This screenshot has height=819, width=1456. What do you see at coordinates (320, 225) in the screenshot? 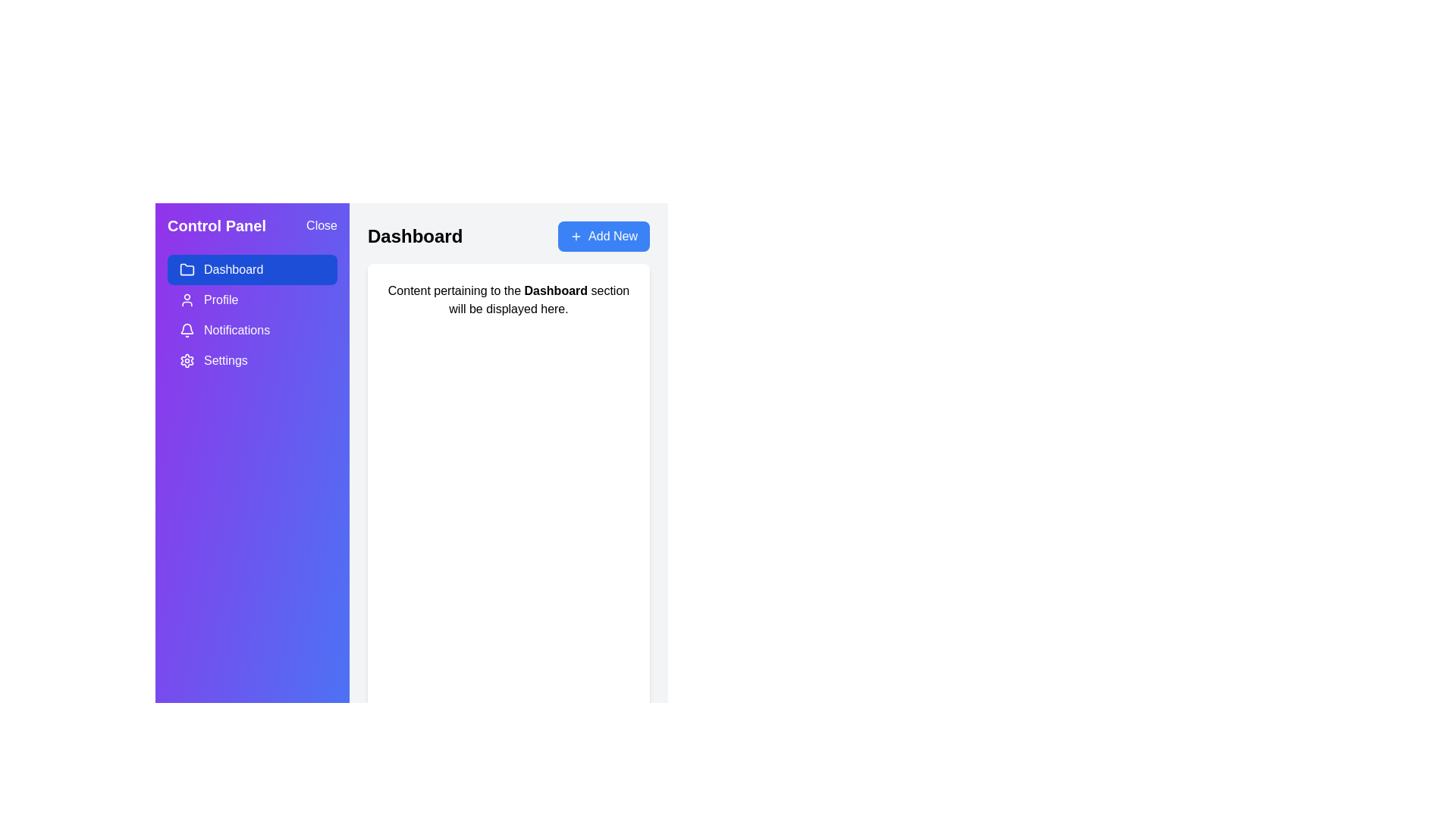
I see `'Close' button to close the drawer panel` at bounding box center [320, 225].